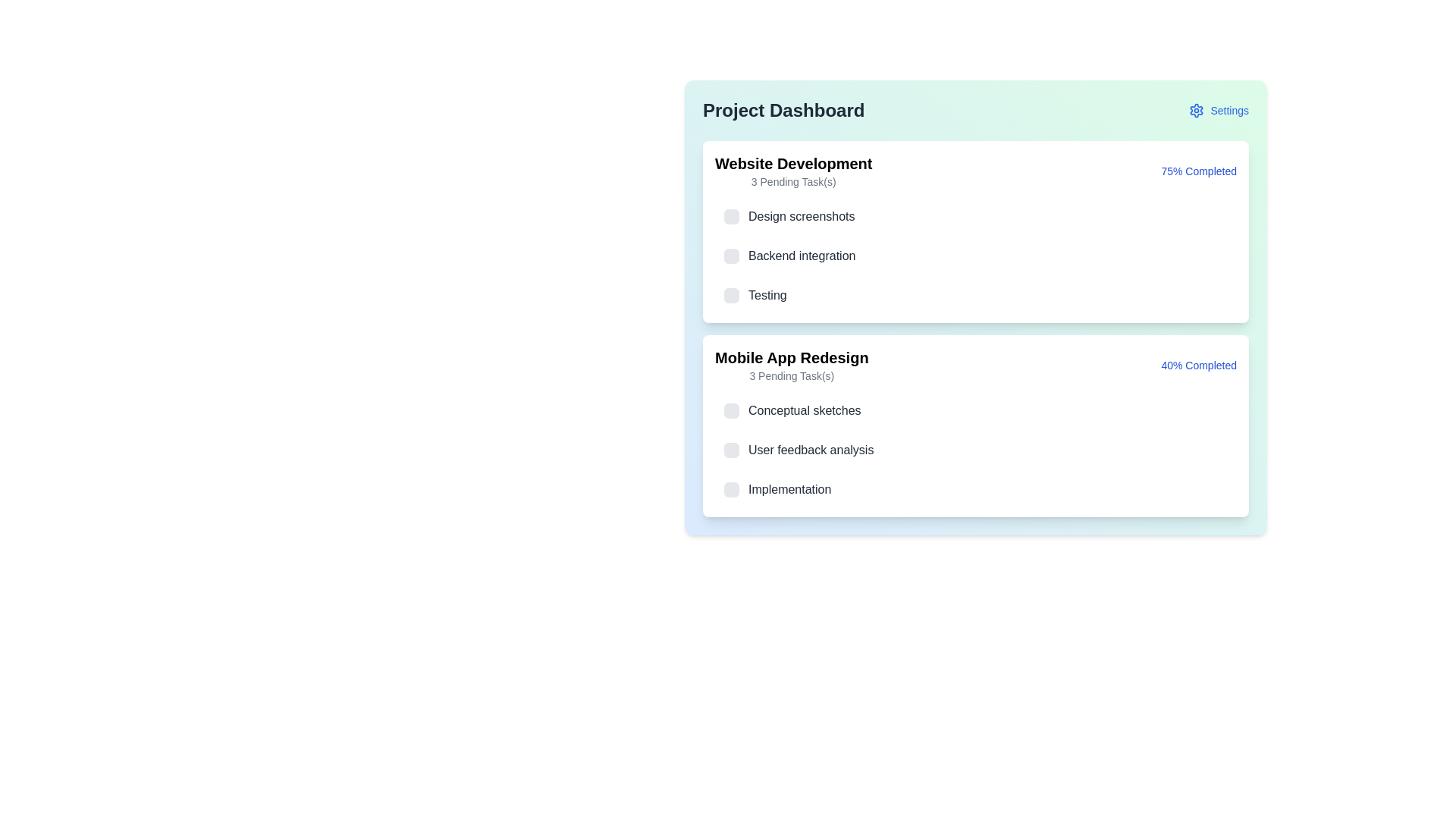 This screenshot has height=819, width=1456. What do you see at coordinates (975, 256) in the screenshot?
I see `list of tasks displayed in the white card titled 'Website Development', which includes interactive checkboxes for tasks such as 'Design screenshots', 'Backend integration', and 'Testing'` at bounding box center [975, 256].